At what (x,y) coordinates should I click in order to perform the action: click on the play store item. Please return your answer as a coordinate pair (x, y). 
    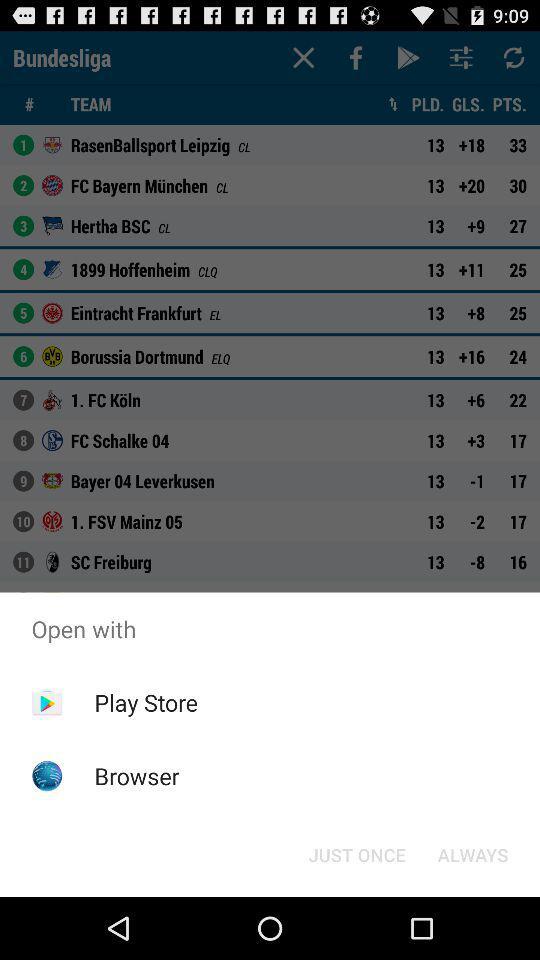
    Looking at the image, I should click on (145, 702).